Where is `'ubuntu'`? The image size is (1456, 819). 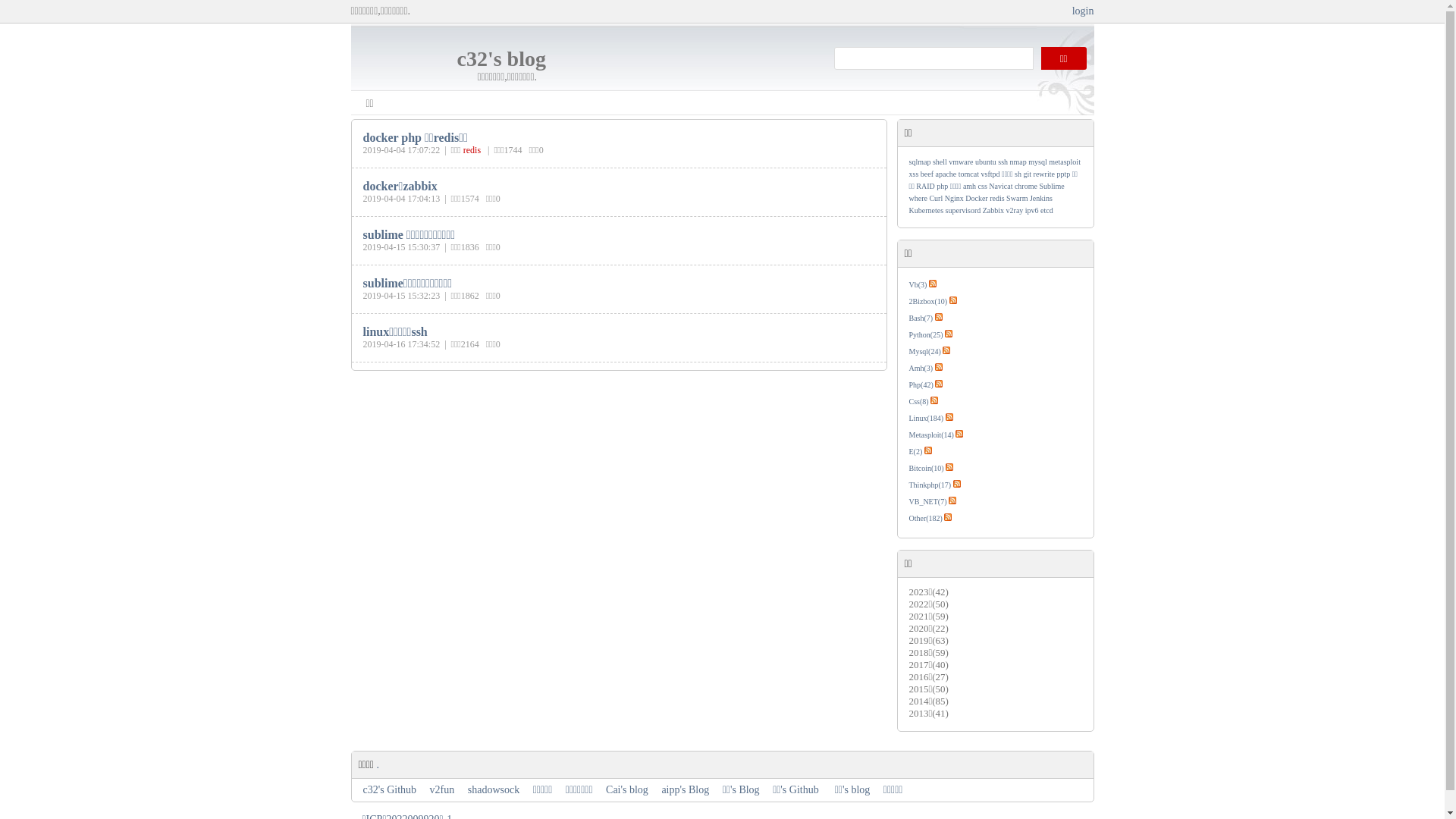 'ubuntu' is located at coordinates (986, 162).